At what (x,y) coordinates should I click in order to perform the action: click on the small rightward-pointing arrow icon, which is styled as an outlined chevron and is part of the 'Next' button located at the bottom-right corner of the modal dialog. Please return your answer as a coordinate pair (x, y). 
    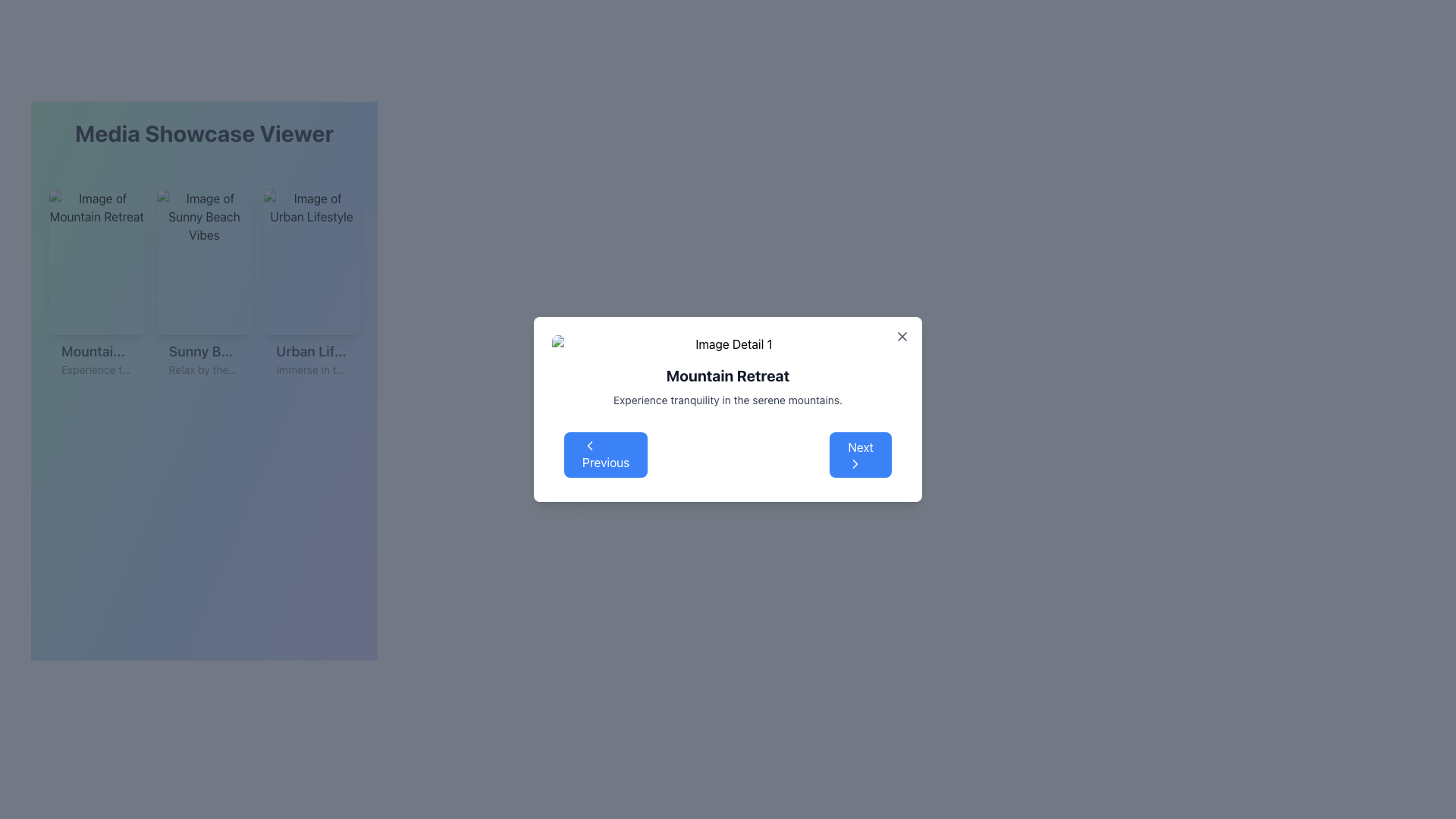
    Looking at the image, I should click on (855, 463).